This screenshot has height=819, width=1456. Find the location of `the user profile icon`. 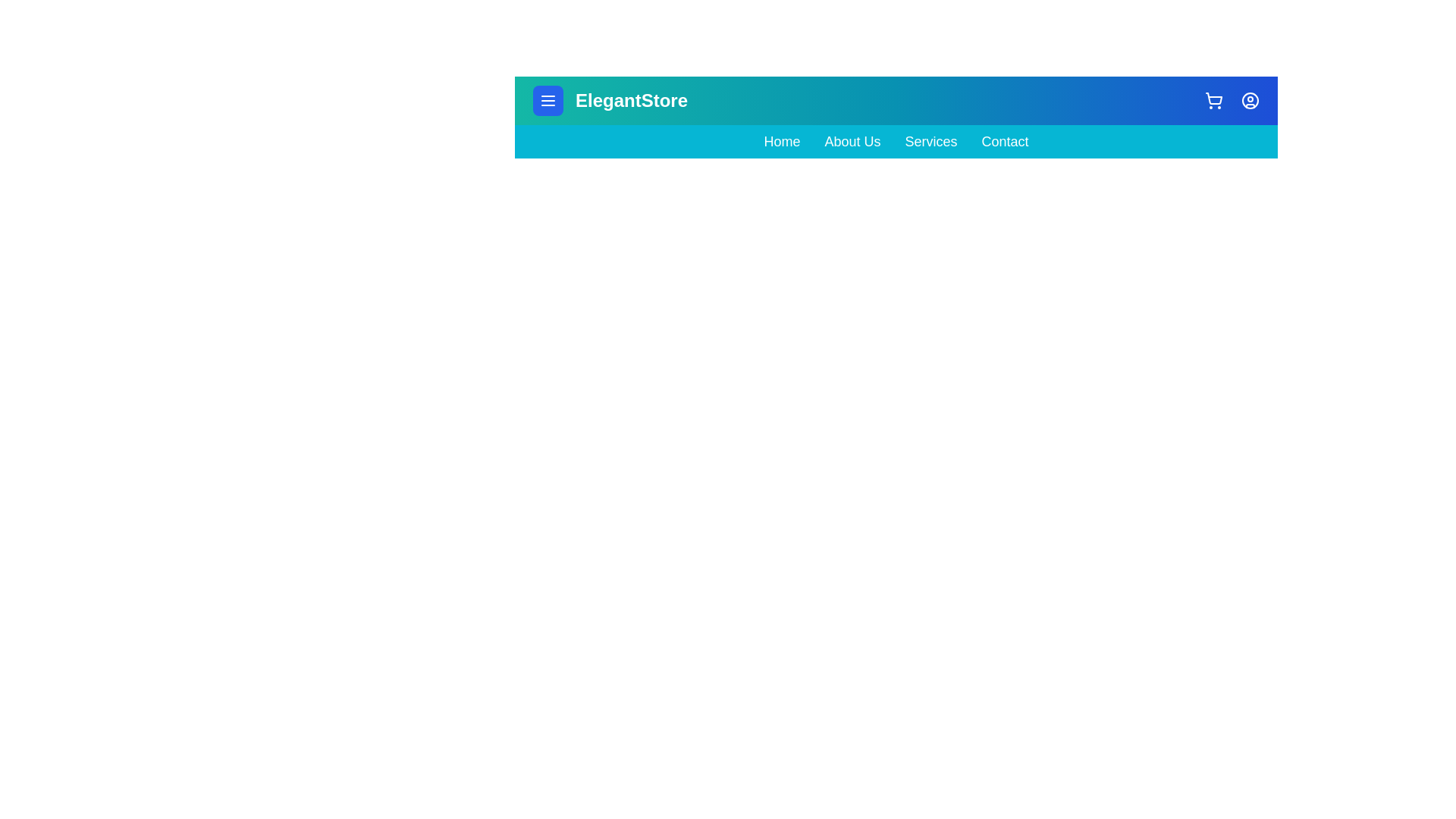

the user profile icon is located at coordinates (1250, 100).